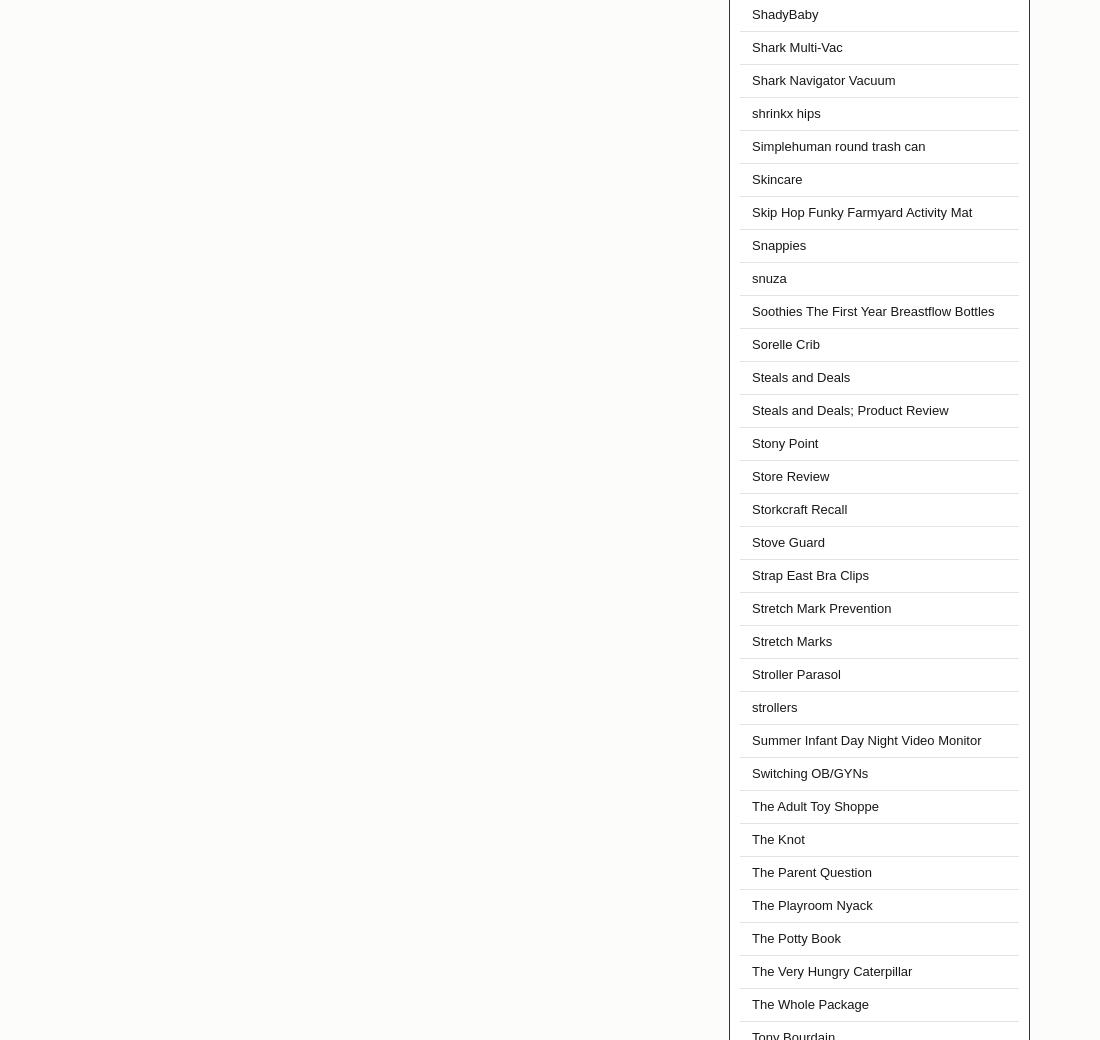  What do you see at coordinates (860, 212) in the screenshot?
I see `'Skip Hop Funky Farmyard Activity Mat'` at bounding box center [860, 212].